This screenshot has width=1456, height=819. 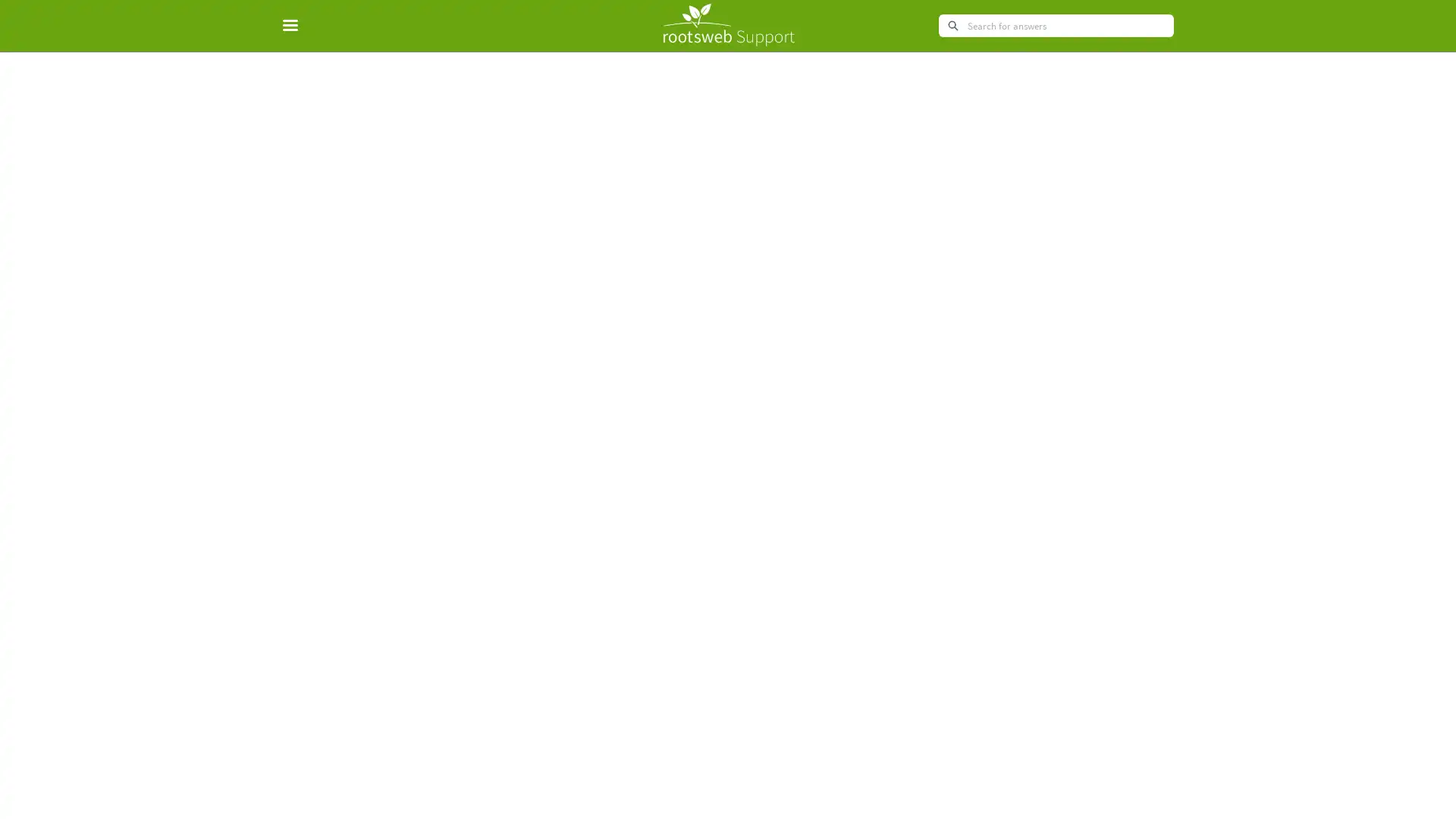 I want to click on Navigation menu, so click(x=298, y=26).